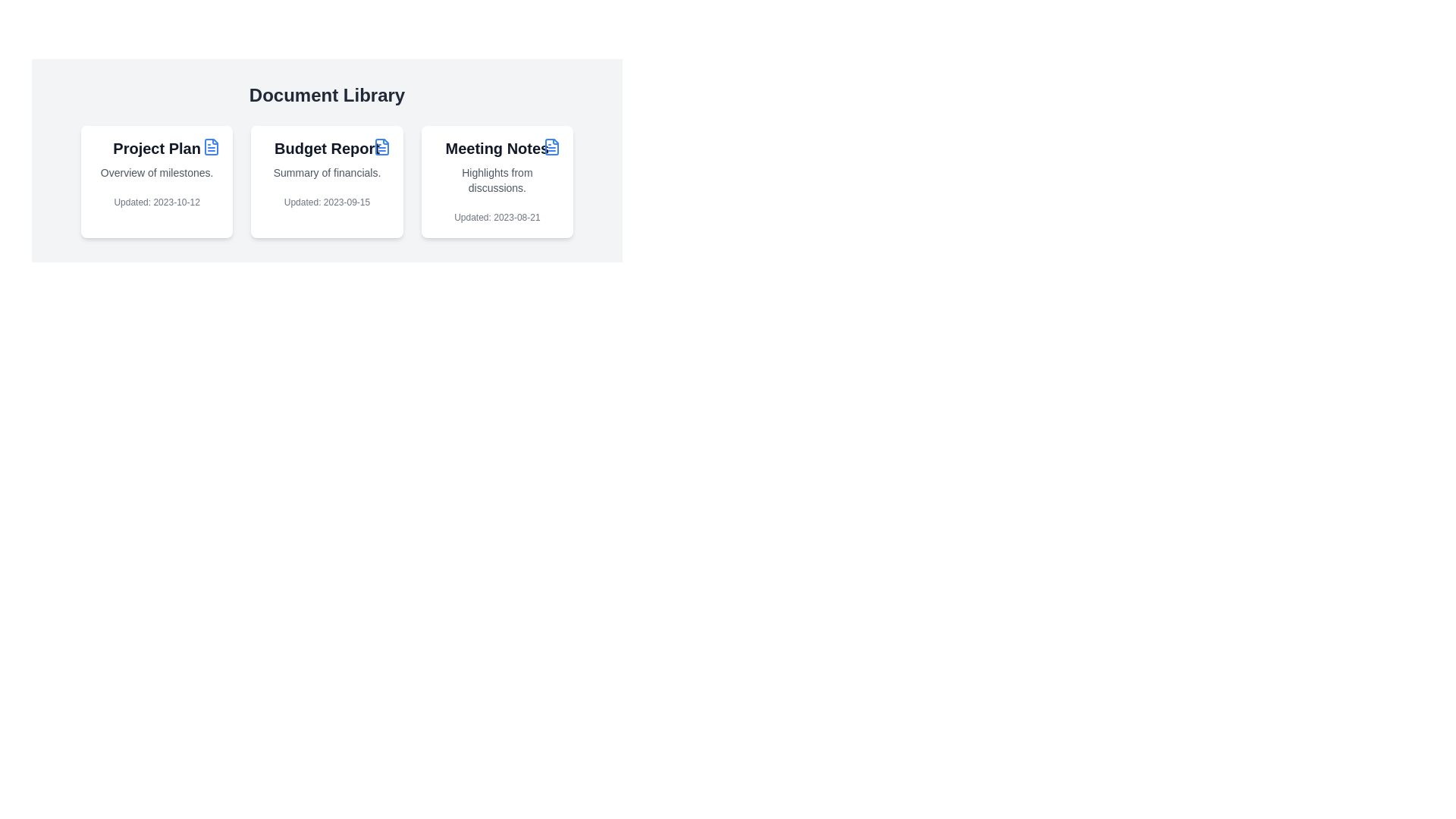 Image resolution: width=1456 pixels, height=819 pixels. Describe the element at coordinates (551, 146) in the screenshot. I see `the blue document icon located at the top-right corner of the 'Meeting Notes' card within the 'Document Library'` at that location.